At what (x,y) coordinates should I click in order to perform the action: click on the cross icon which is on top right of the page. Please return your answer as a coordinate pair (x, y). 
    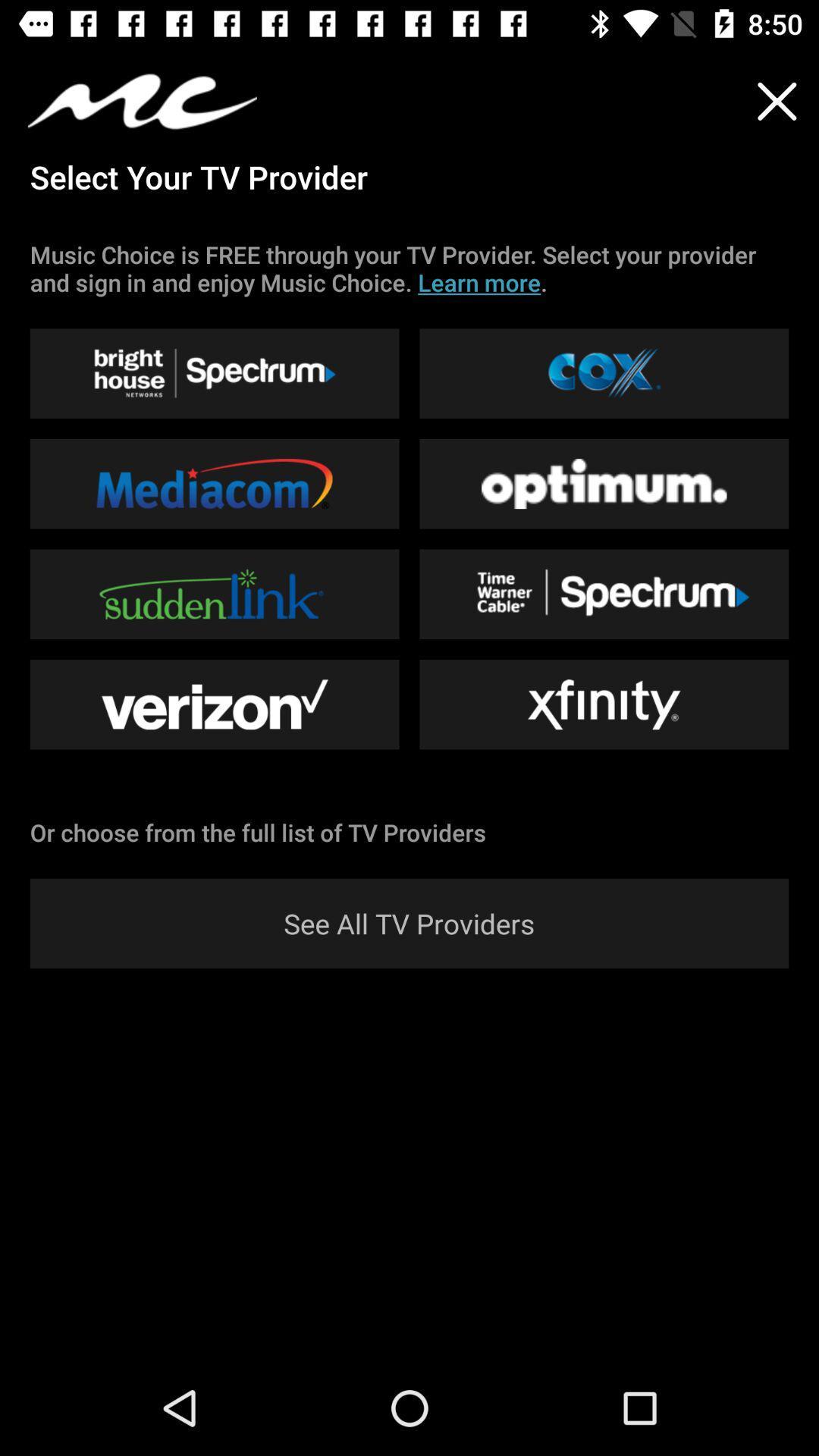
    Looking at the image, I should click on (777, 101).